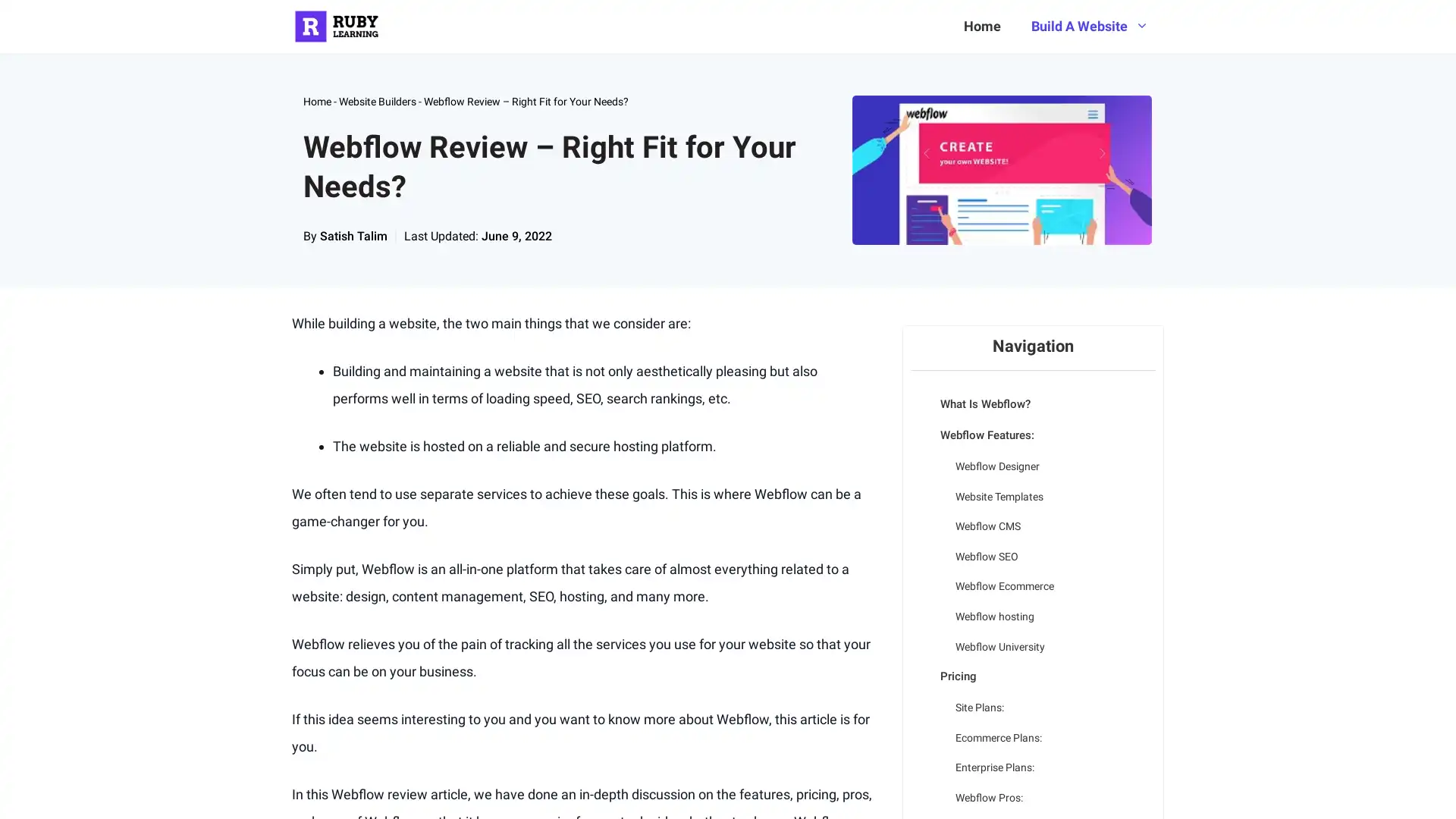 The width and height of the screenshot is (1456, 819). Describe the element at coordinates (921, 665) in the screenshot. I see `Expand or collapse` at that location.